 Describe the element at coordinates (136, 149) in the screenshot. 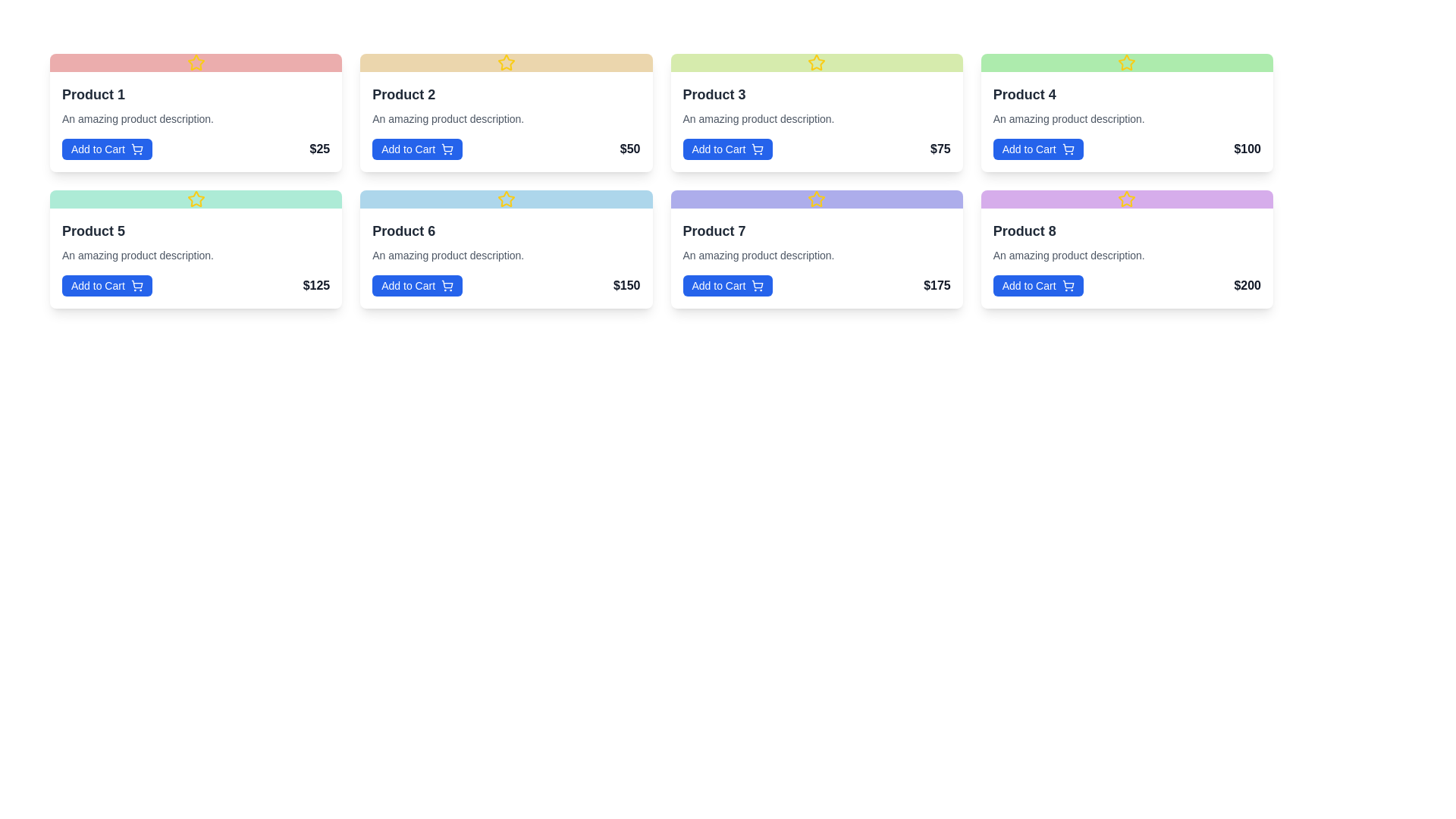

I see `the shopping cart icon located on the right side of the 'Add to Cart' button within the product card for 'Product 1'` at that location.